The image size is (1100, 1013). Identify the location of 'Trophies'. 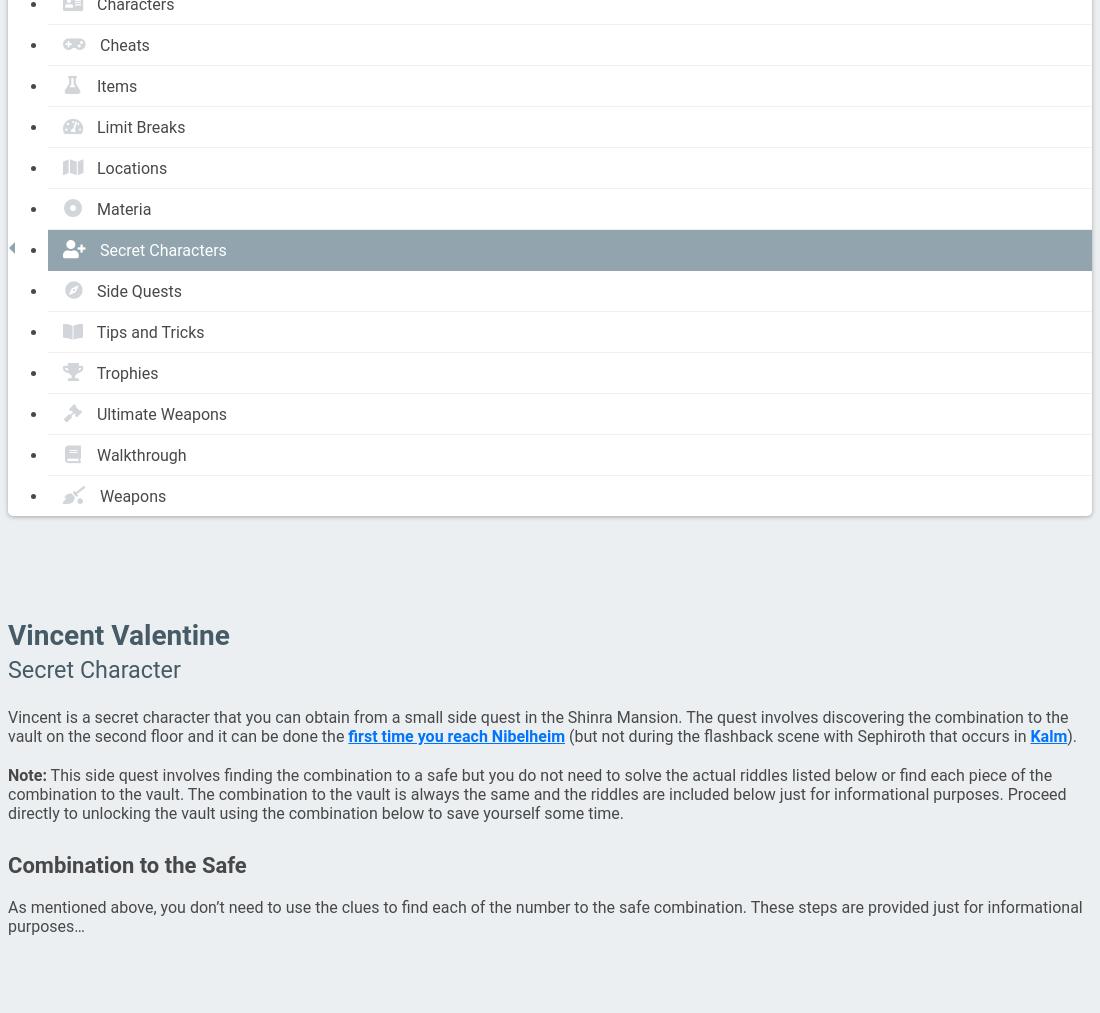
(96, 372).